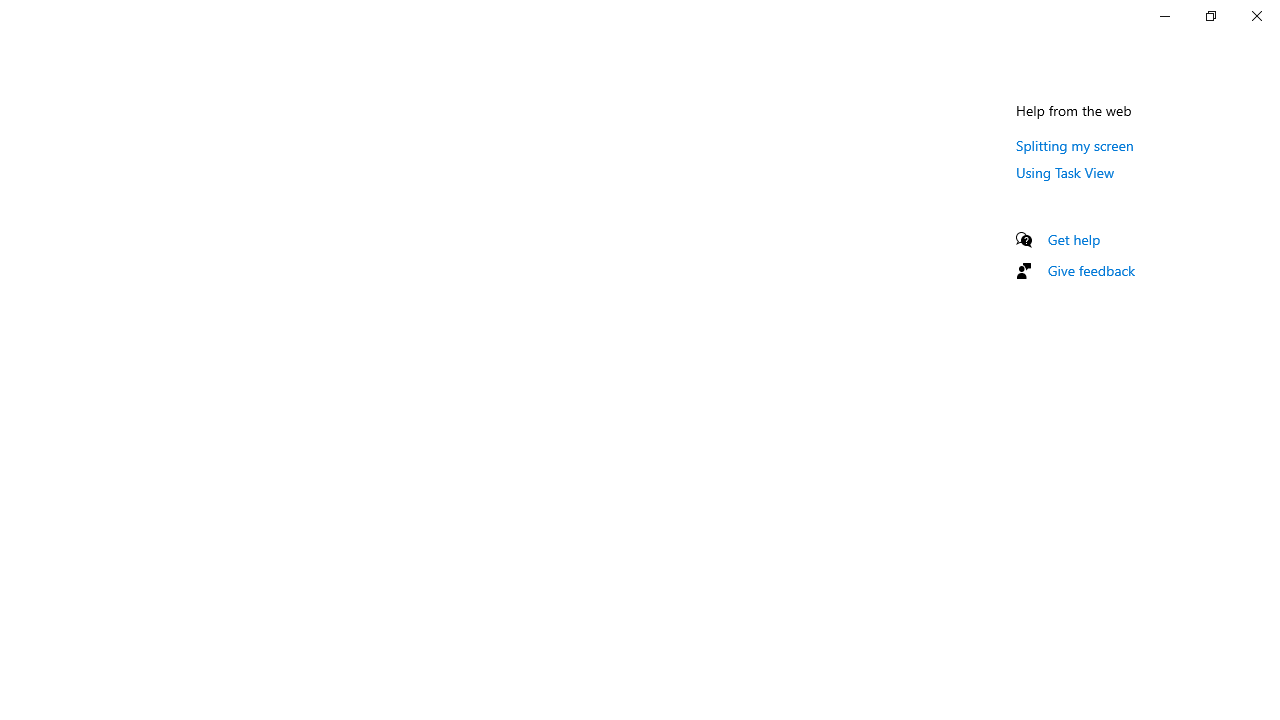 This screenshot has height=720, width=1280. Describe the element at coordinates (1074, 144) in the screenshot. I see `'Splitting my screen'` at that location.